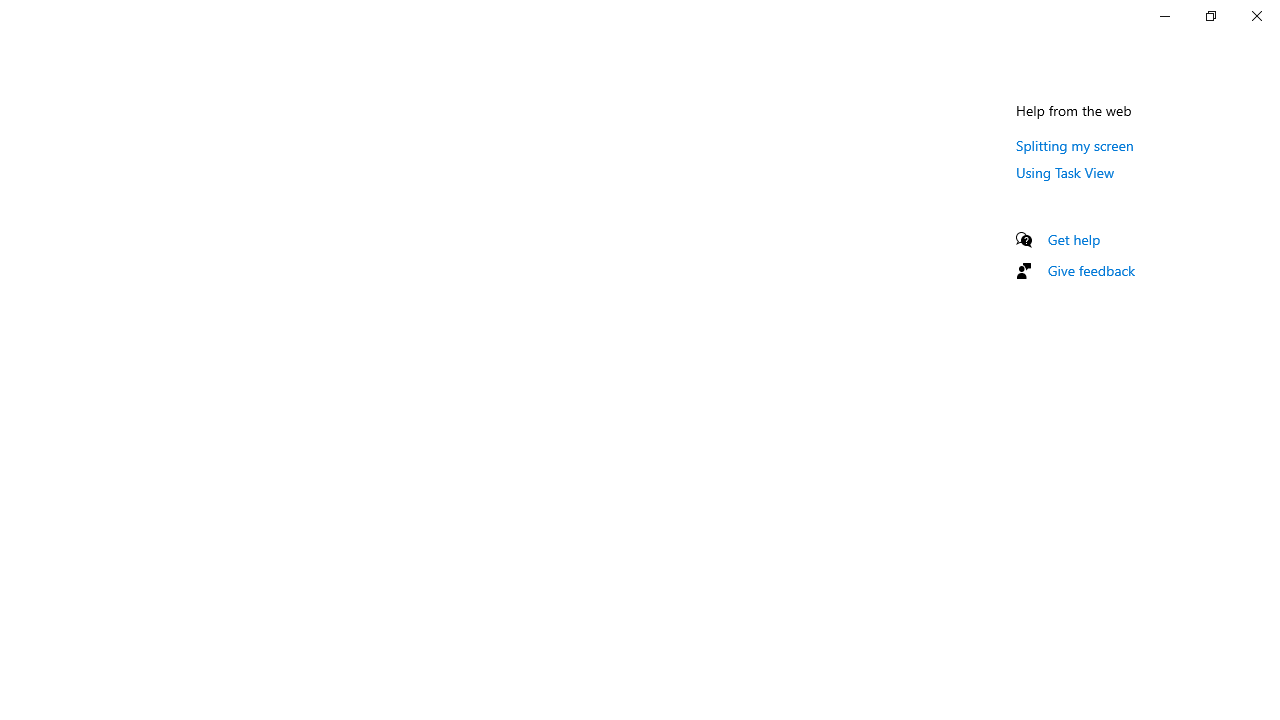 This screenshot has height=720, width=1280. Describe the element at coordinates (1074, 144) in the screenshot. I see `'Splitting my screen'` at that location.